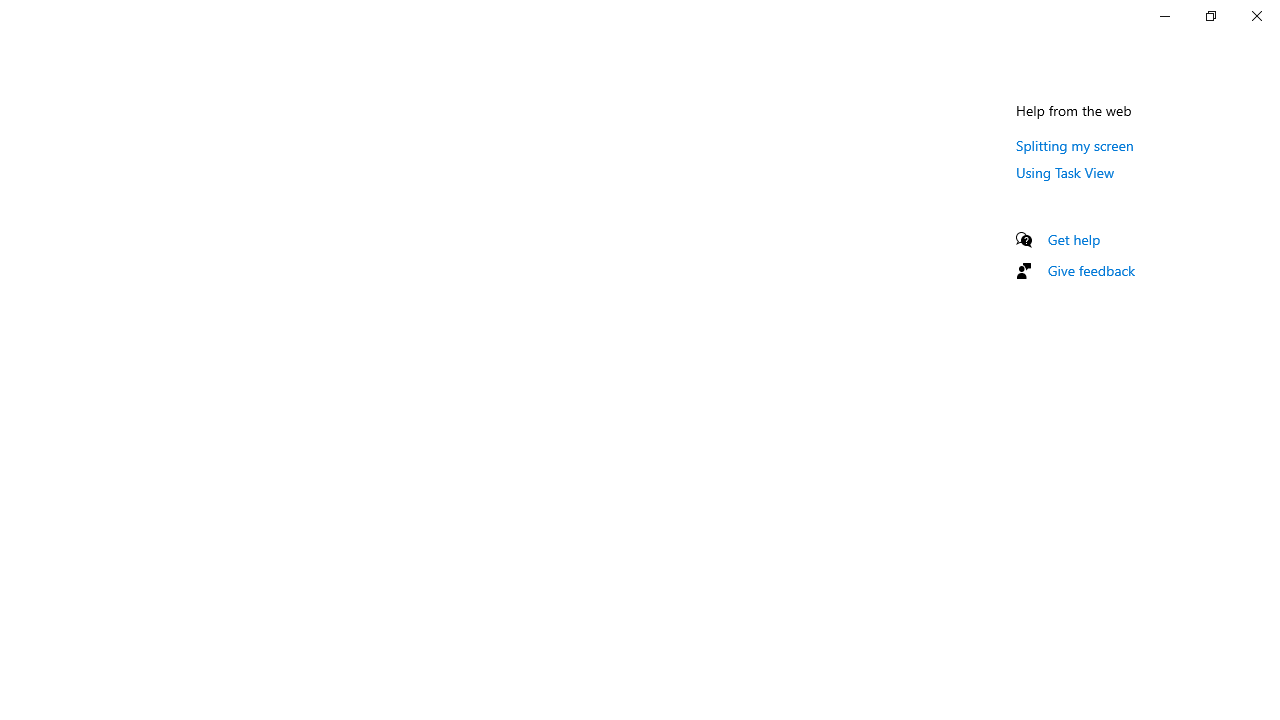 This screenshot has height=720, width=1280. Describe the element at coordinates (1074, 144) in the screenshot. I see `'Splitting my screen'` at that location.